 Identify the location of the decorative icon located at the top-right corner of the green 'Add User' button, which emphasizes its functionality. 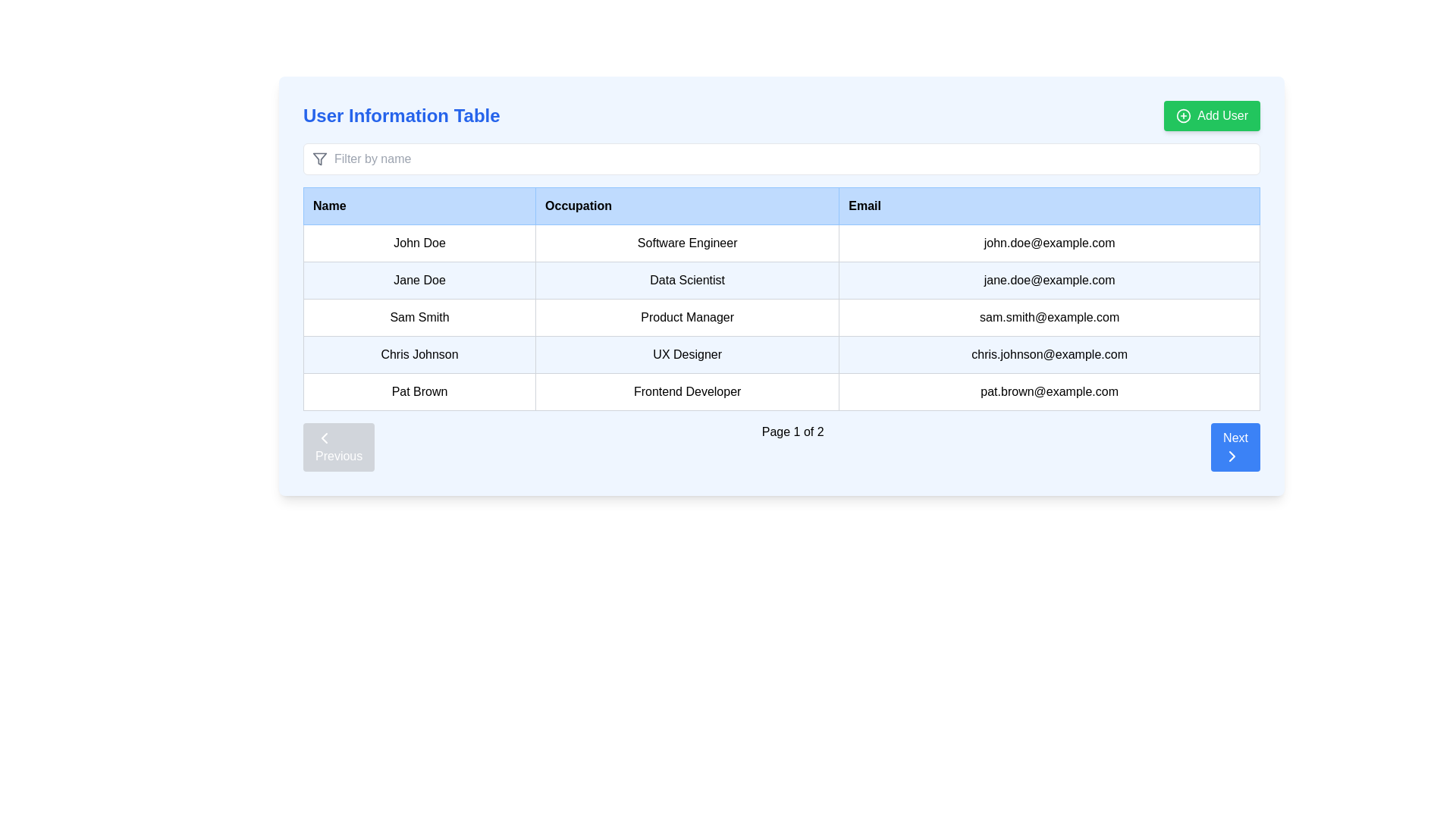
(1183, 115).